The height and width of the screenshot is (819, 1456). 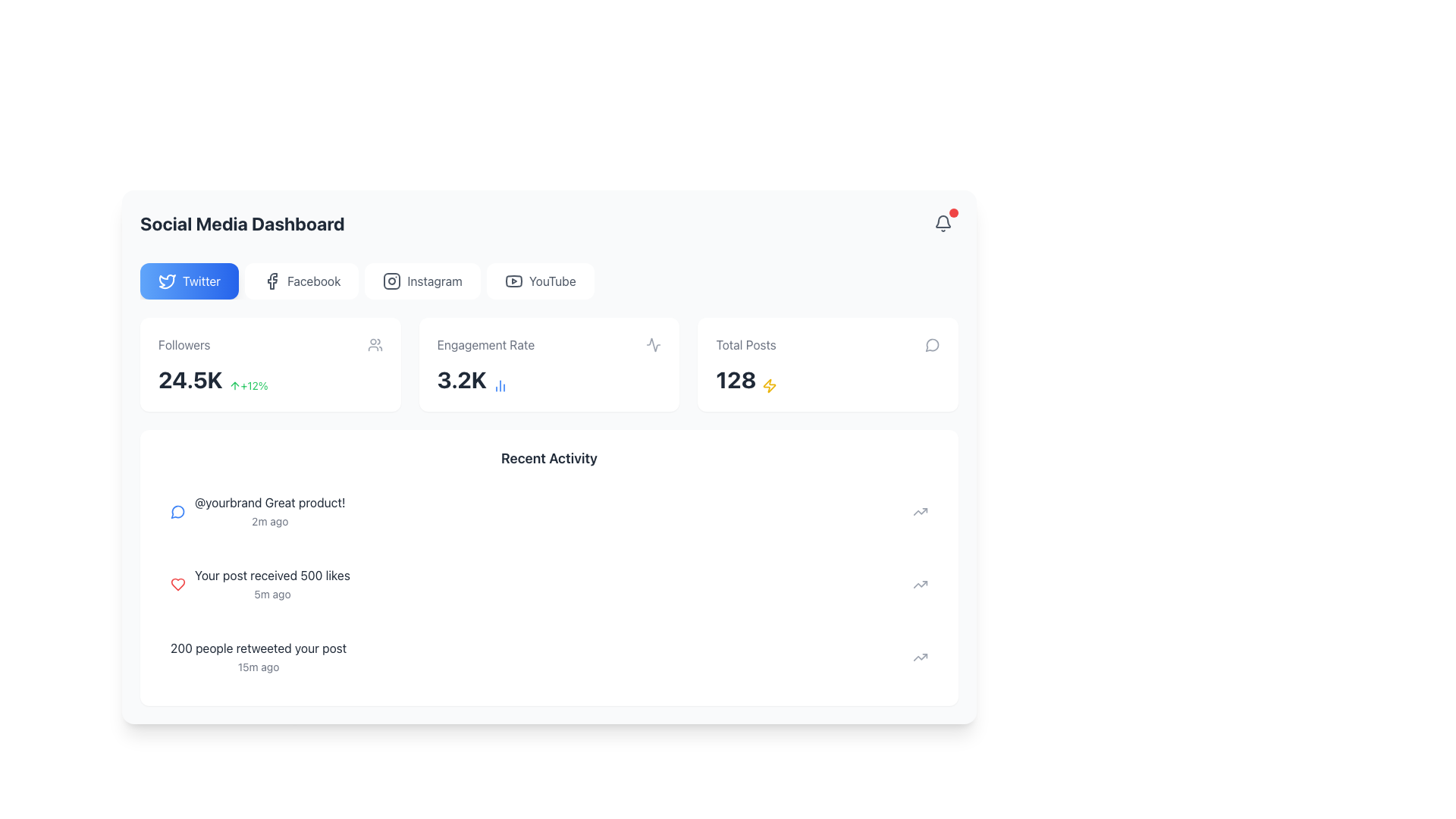 What do you see at coordinates (392, 281) in the screenshot?
I see `the appearance of the rounded rectangular background shape located inside the Instagram button, which serves as its border or background` at bounding box center [392, 281].